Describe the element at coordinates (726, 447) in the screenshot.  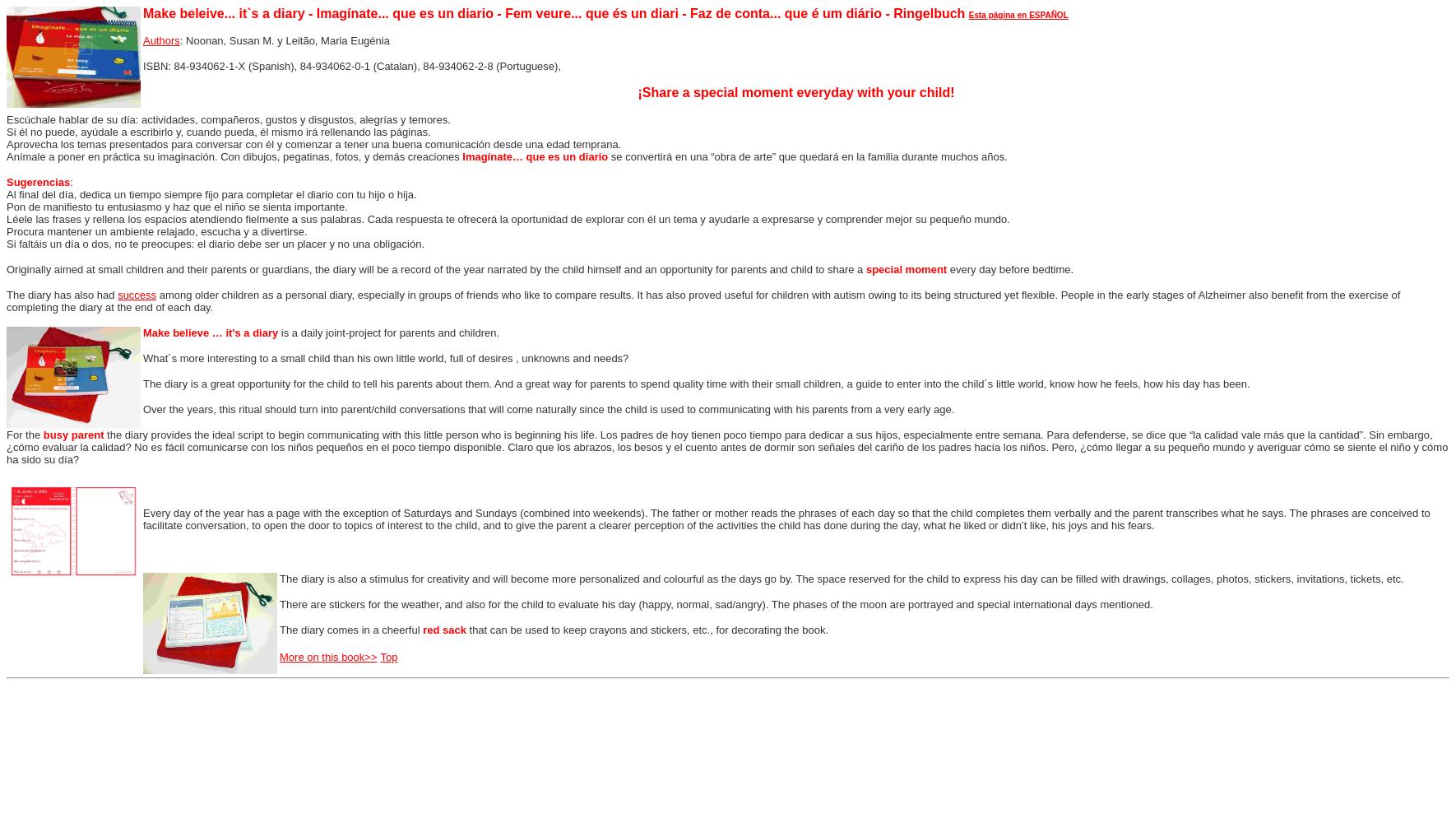
I see `'Los 
  padres de hoy tienen poco tiempo para dedicar a sus hijos, especialmente entre 
  semana. Para defenderse, se dice que “la calidad vale más que la 
  cantidad”. Sin embargo, ¿cómo evaluar la calidad? No es 
  fácil comunicarse con los niños pequeños en el poco tiempo 
  disponible. Claro que los abrazos, los besos y el cuento antes de dormir son 
  señales del cariño de los padres hacía los niños. 
  Pero, ¿cómo llegar a su pequeño mundo y averiguar cómo 
  se siente el niño y cómo ha sido su día?'` at that location.